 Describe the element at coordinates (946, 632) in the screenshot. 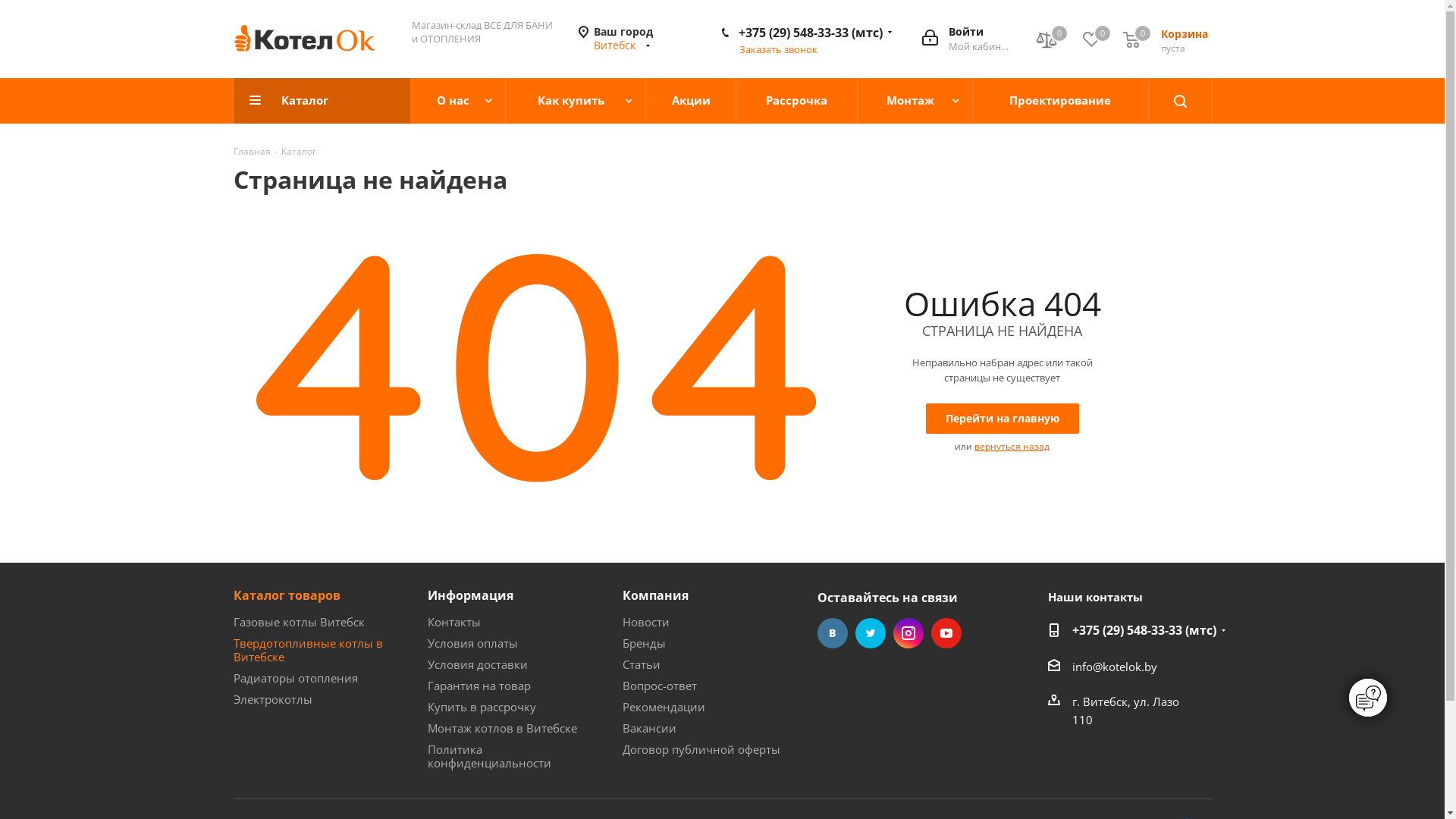

I see `'YouTube'` at that location.